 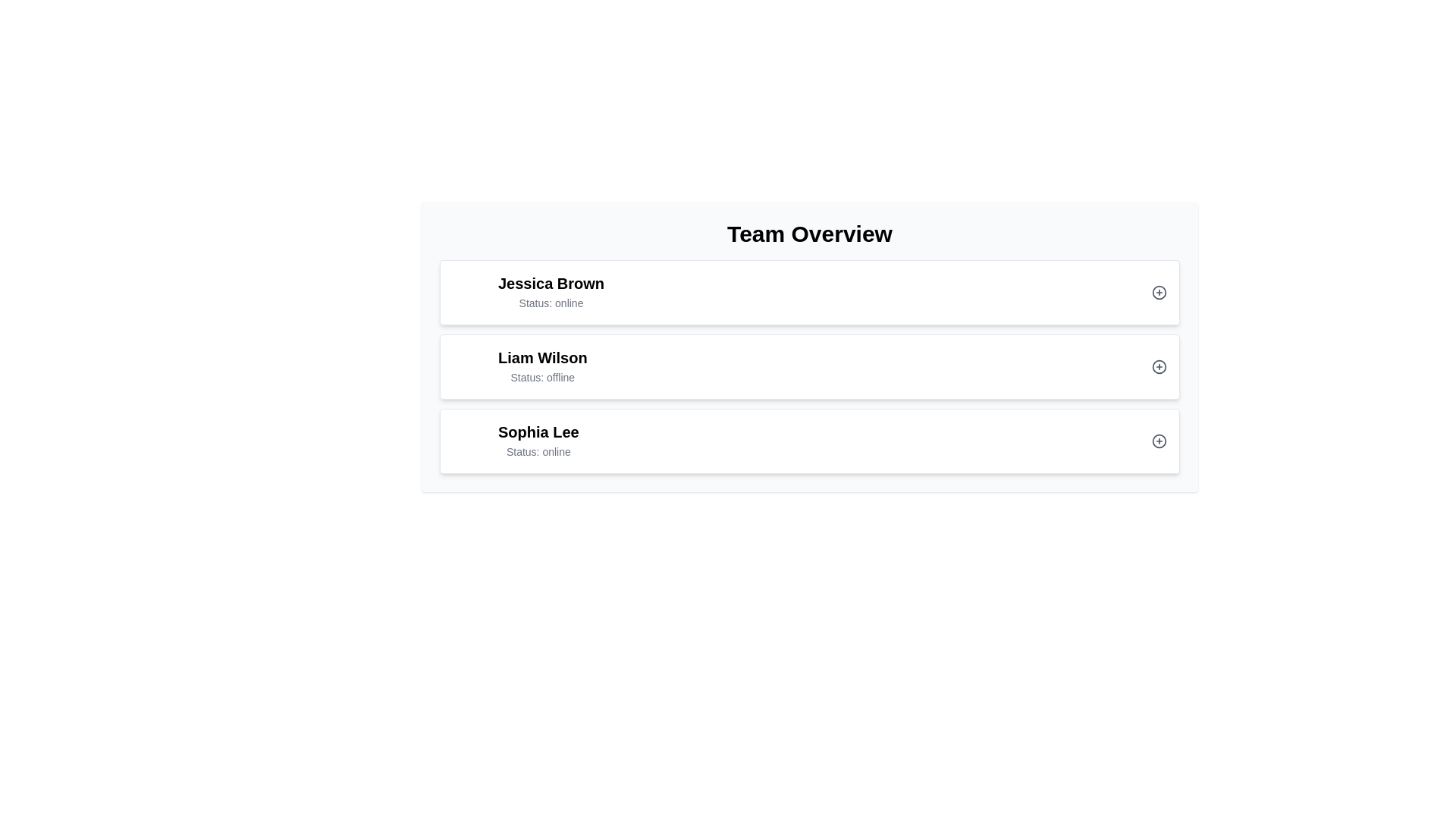 What do you see at coordinates (469, 441) in the screenshot?
I see `the Circular Badge representing 'Sophia Lee' in the 'Team Overview' list, positioned to the left of her name` at bounding box center [469, 441].